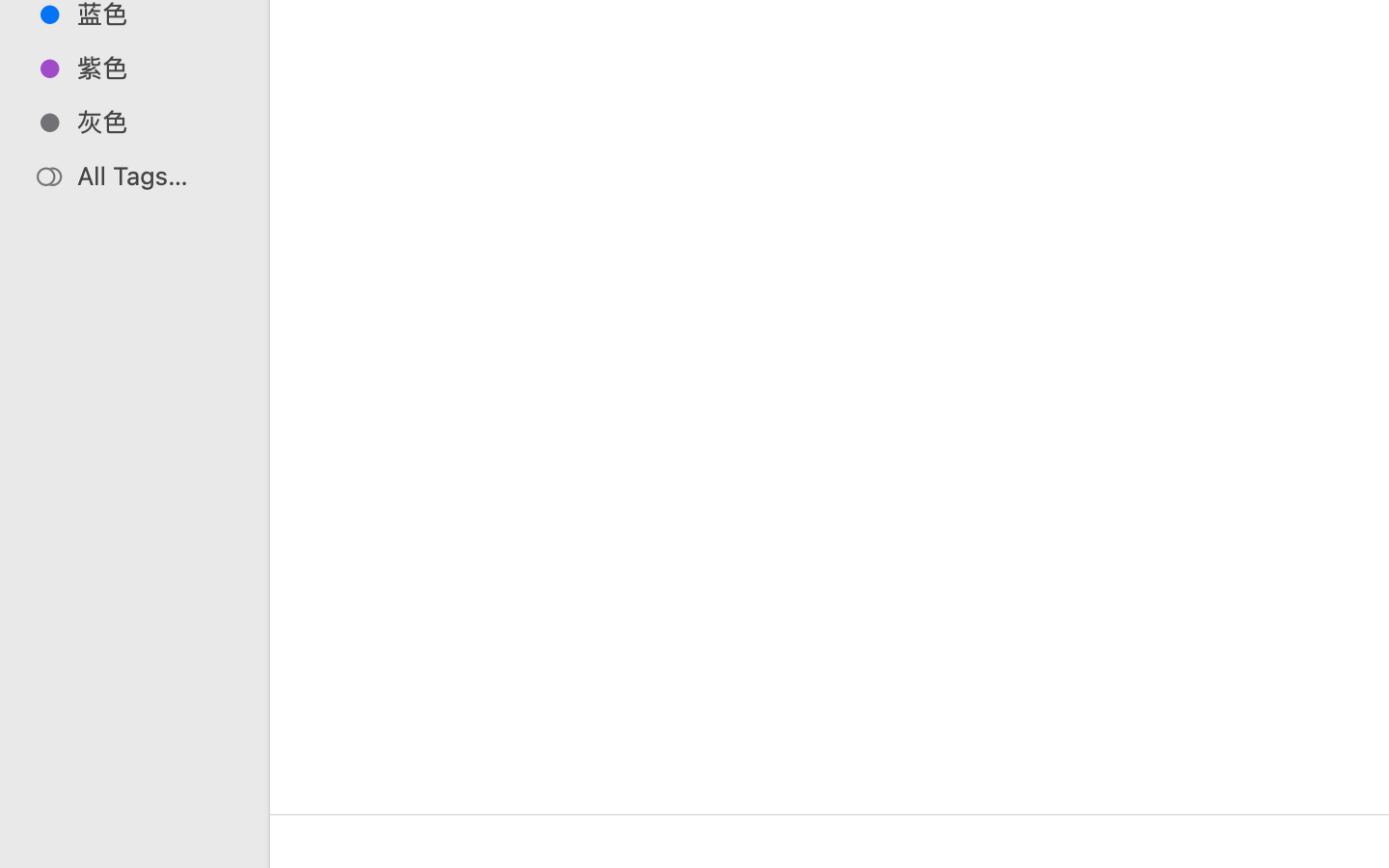 This screenshot has width=1389, height=868. Describe the element at coordinates (153, 67) in the screenshot. I see `'紫色'` at that location.